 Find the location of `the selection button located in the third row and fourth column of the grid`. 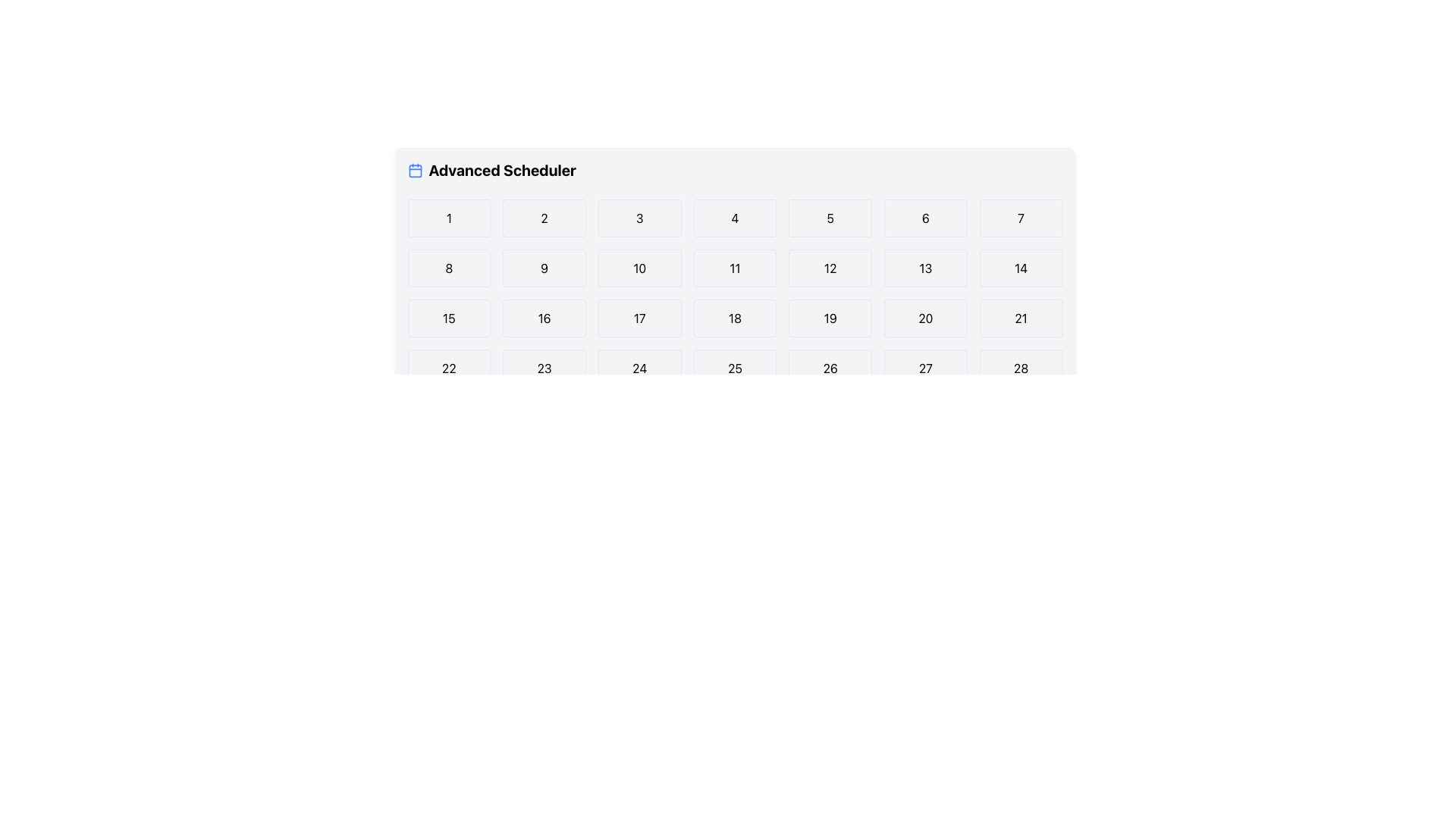

the selection button located in the third row and fourth column of the grid is located at coordinates (735, 318).